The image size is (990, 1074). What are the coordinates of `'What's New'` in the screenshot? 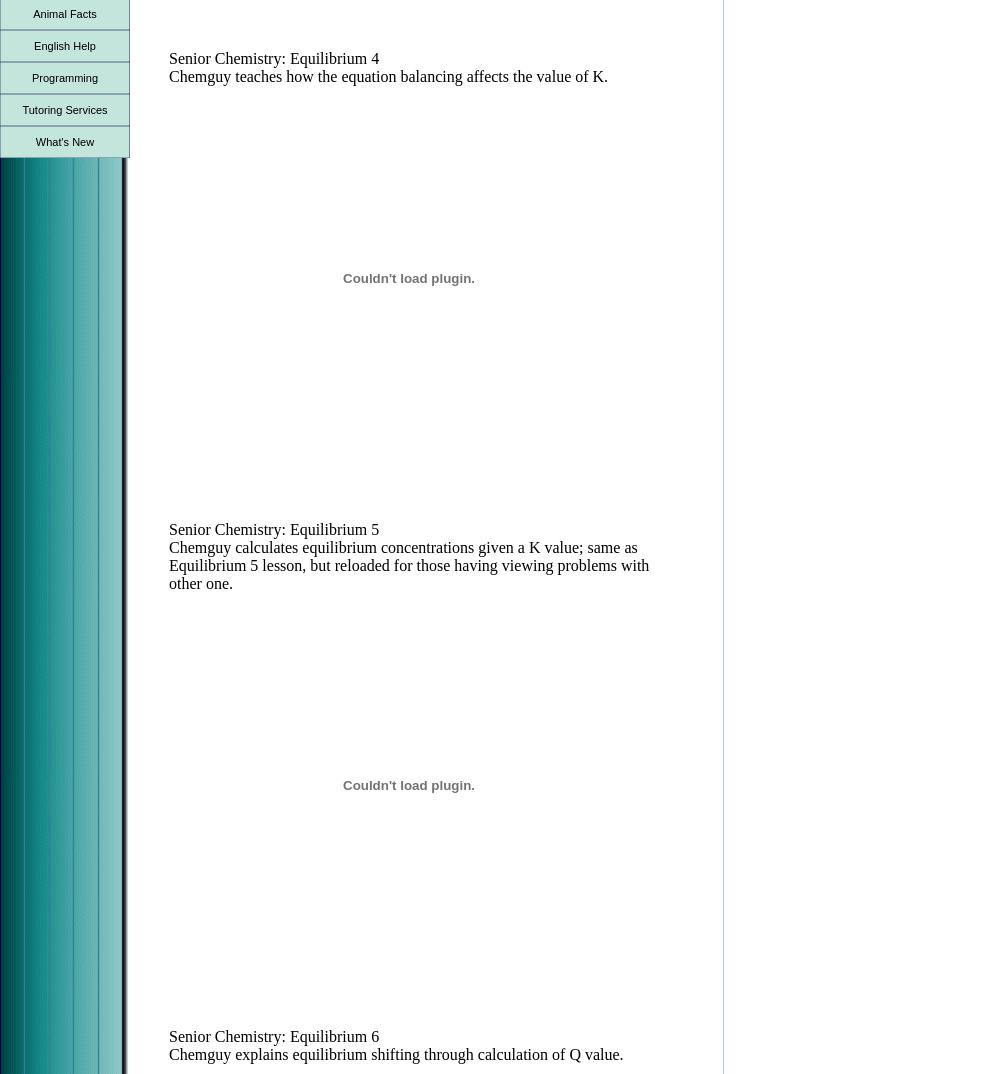 It's located at (64, 140).